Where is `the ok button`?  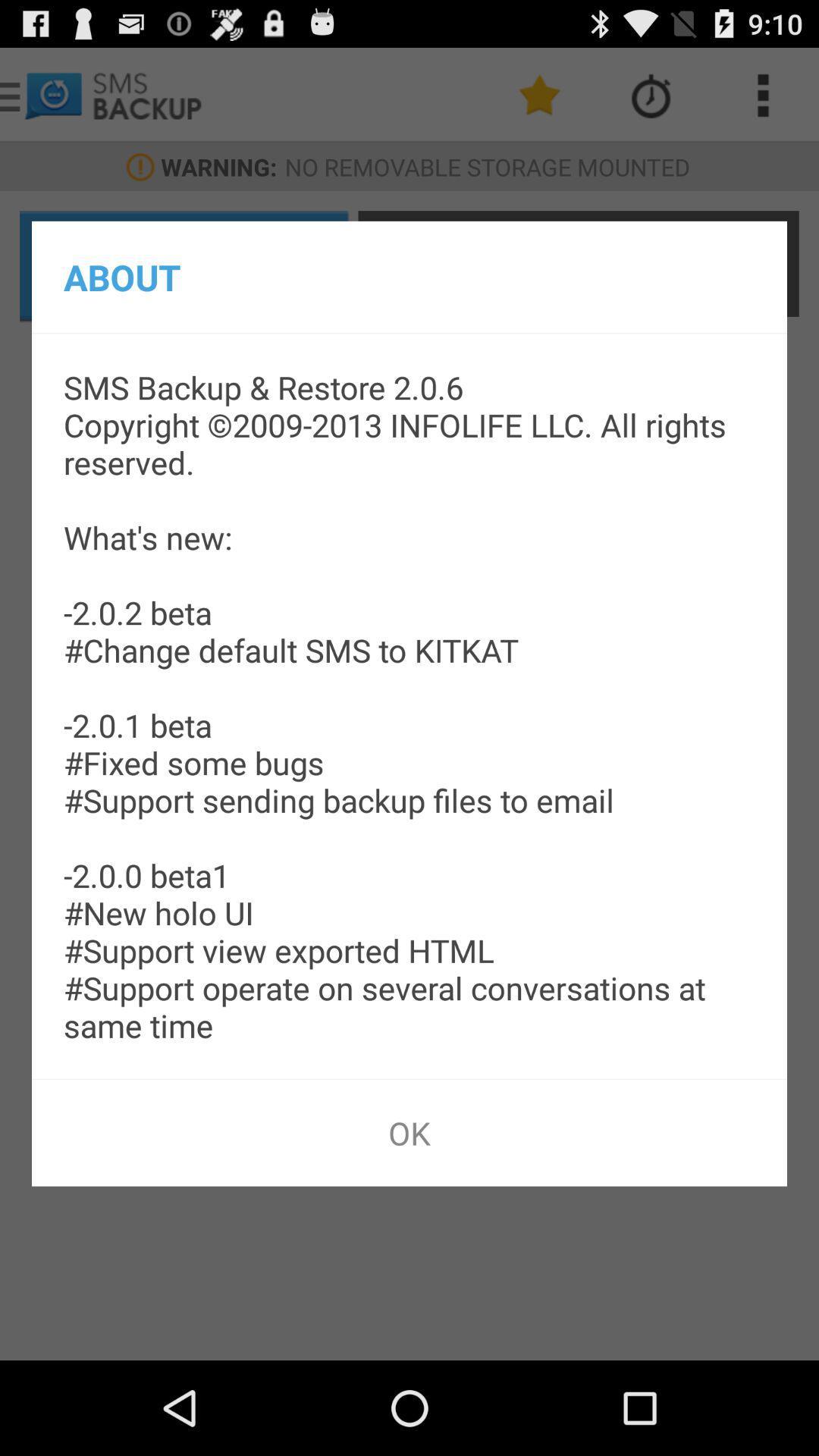 the ok button is located at coordinates (409, 1132).